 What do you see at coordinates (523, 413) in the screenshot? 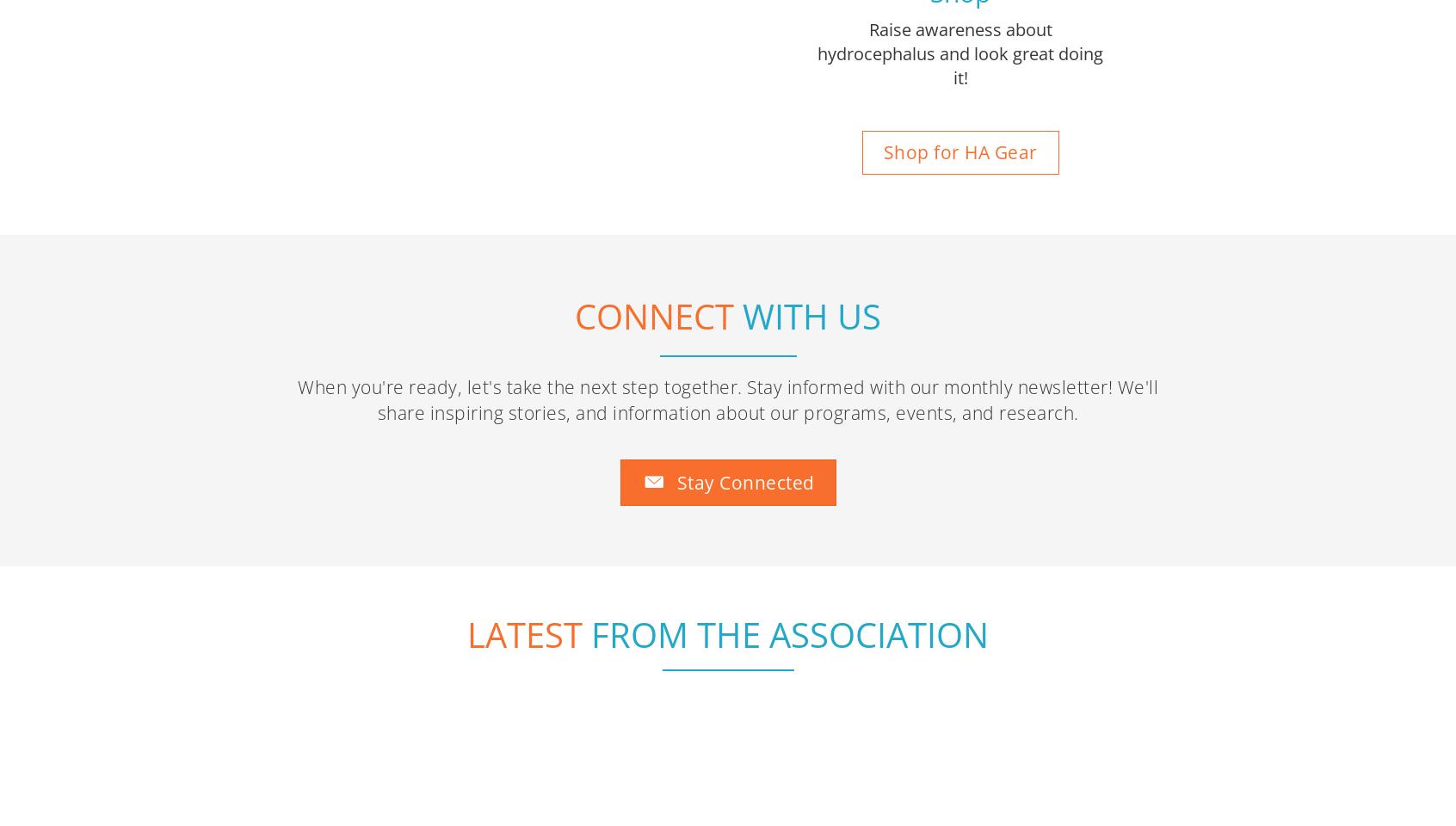
I see `'Latest'` at bounding box center [523, 413].